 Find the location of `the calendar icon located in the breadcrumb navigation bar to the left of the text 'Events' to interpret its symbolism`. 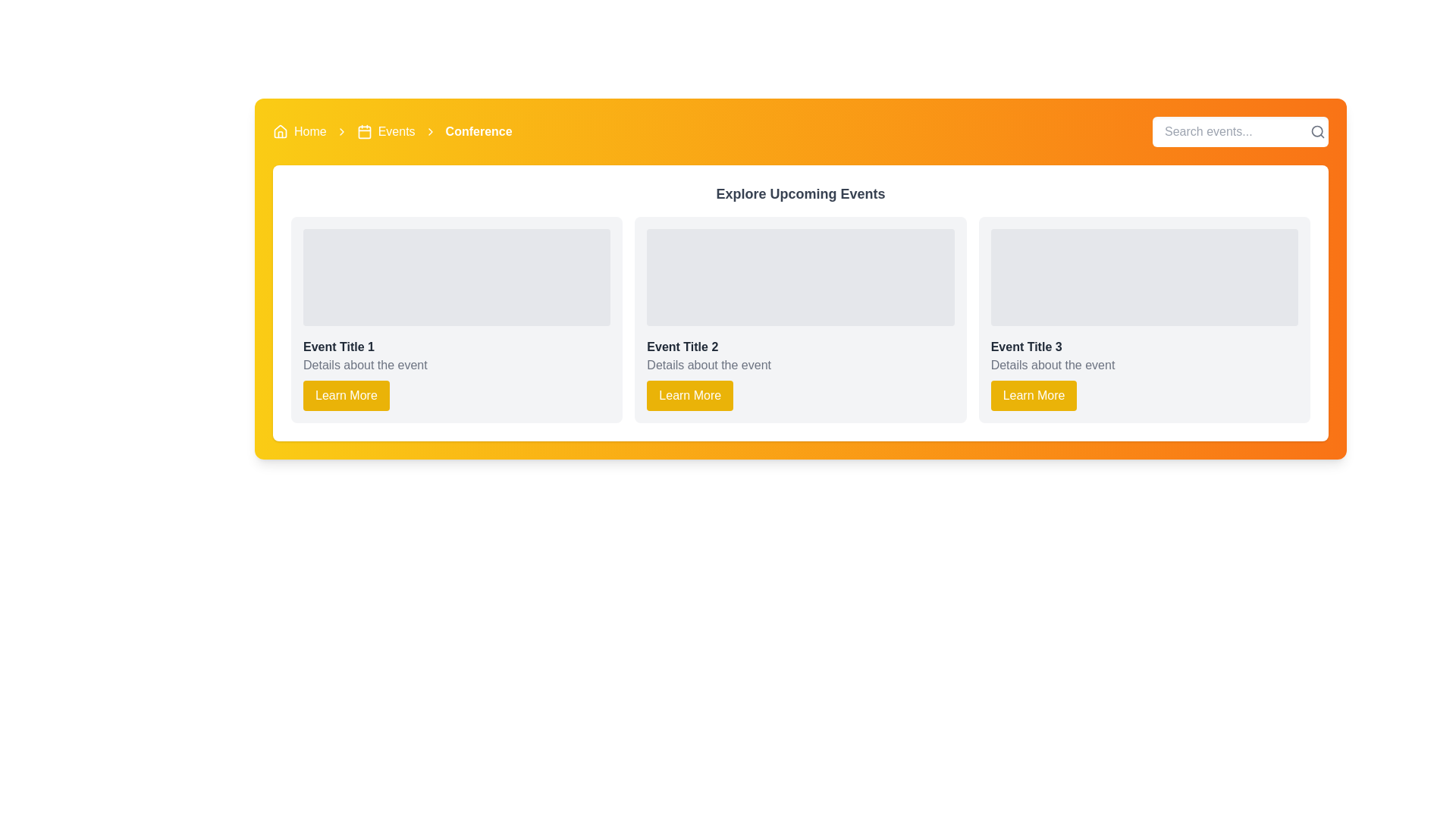

the calendar icon located in the breadcrumb navigation bar to the left of the text 'Events' to interpret its symbolism is located at coordinates (364, 130).